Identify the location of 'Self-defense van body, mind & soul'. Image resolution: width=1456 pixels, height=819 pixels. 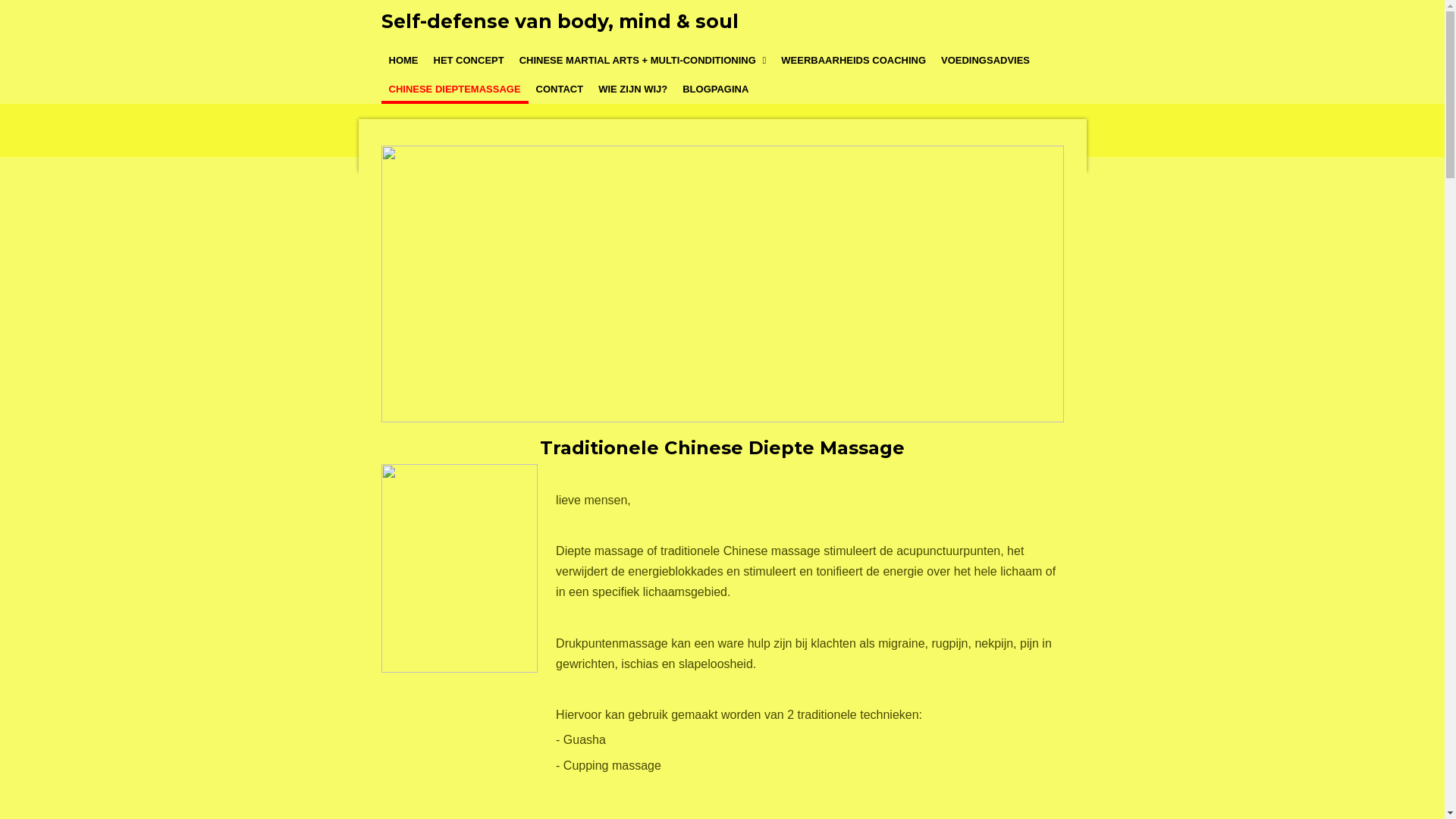
(558, 20).